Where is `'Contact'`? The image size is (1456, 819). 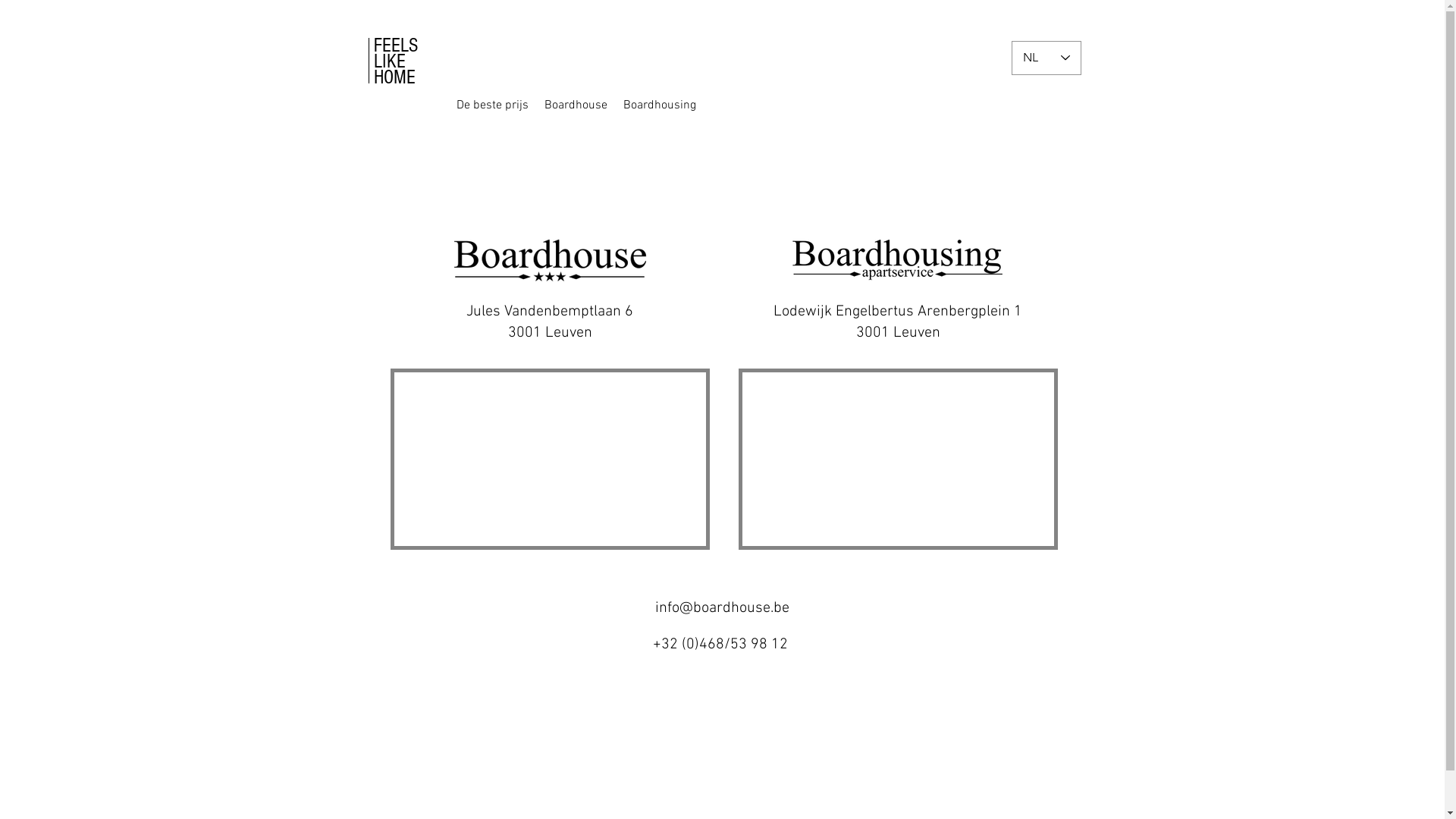
'Contact' is located at coordinates (759, 104).